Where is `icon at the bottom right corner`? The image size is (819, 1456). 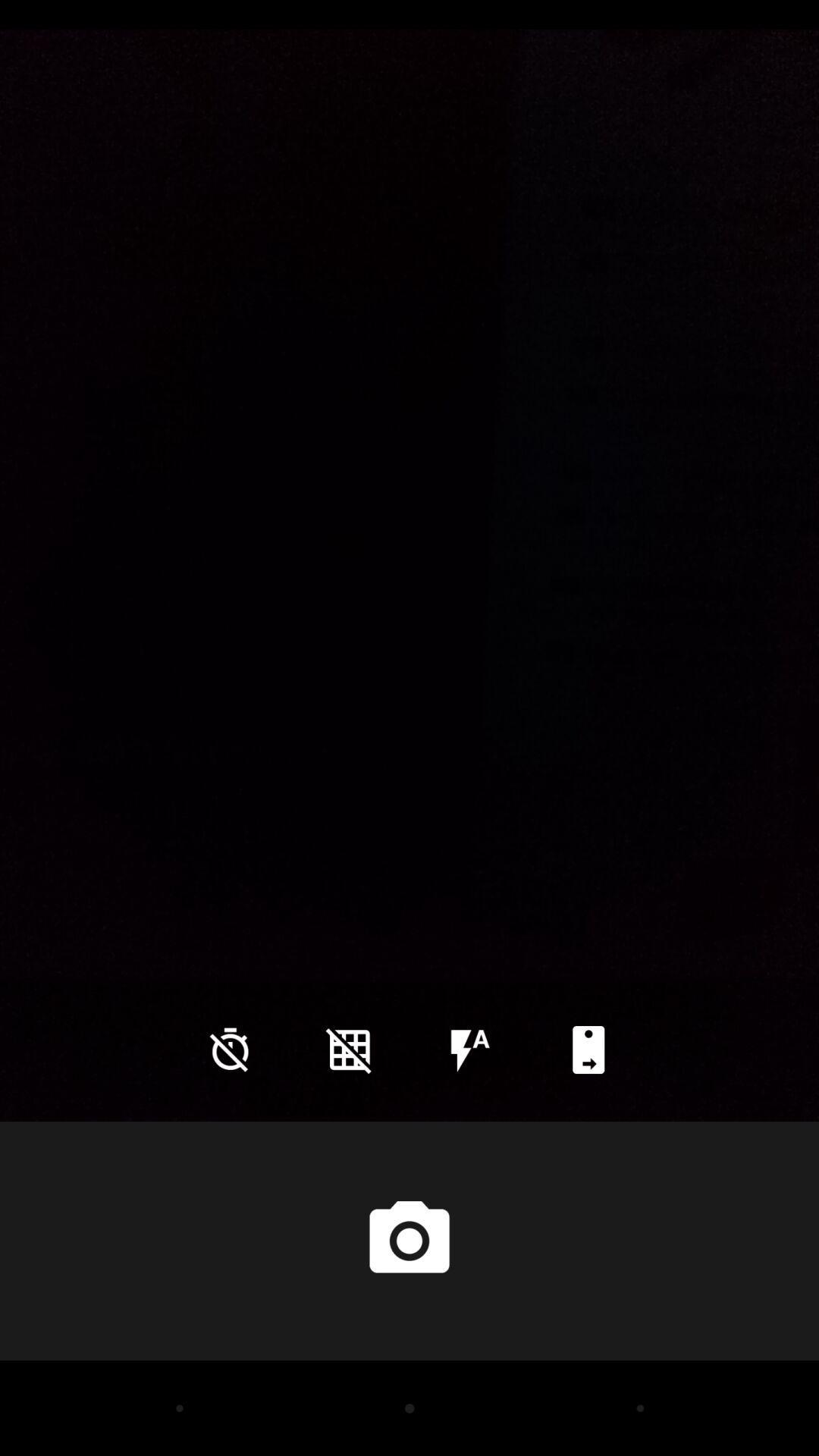 icon at the bottom right corner is located at coordinates (588, 1049).